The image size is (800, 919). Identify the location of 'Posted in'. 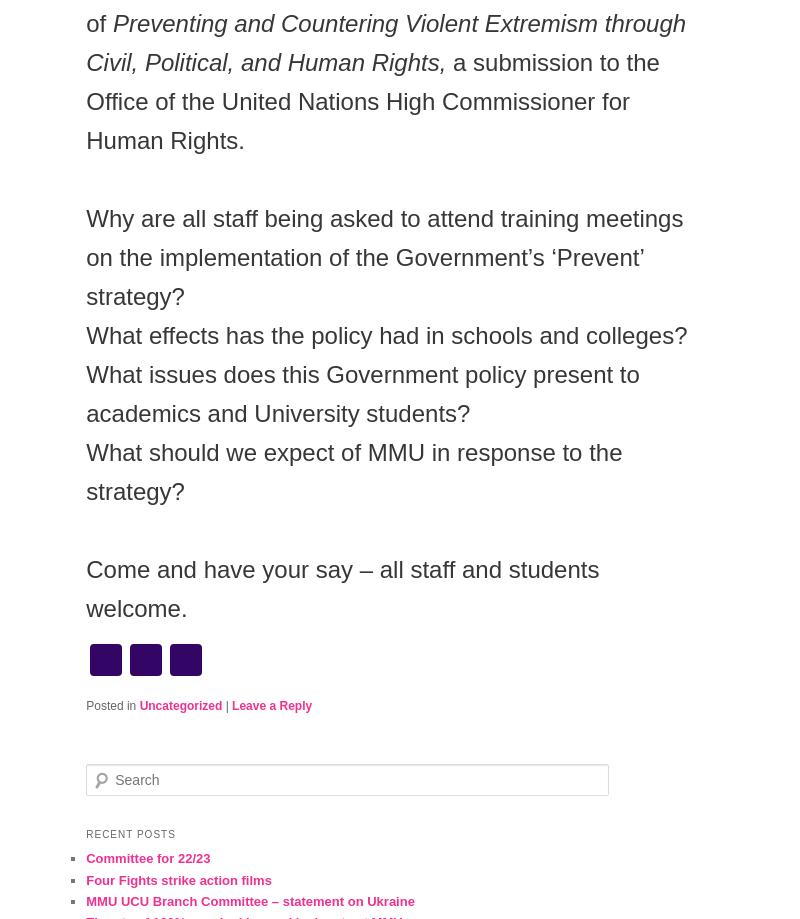
(110, 704).